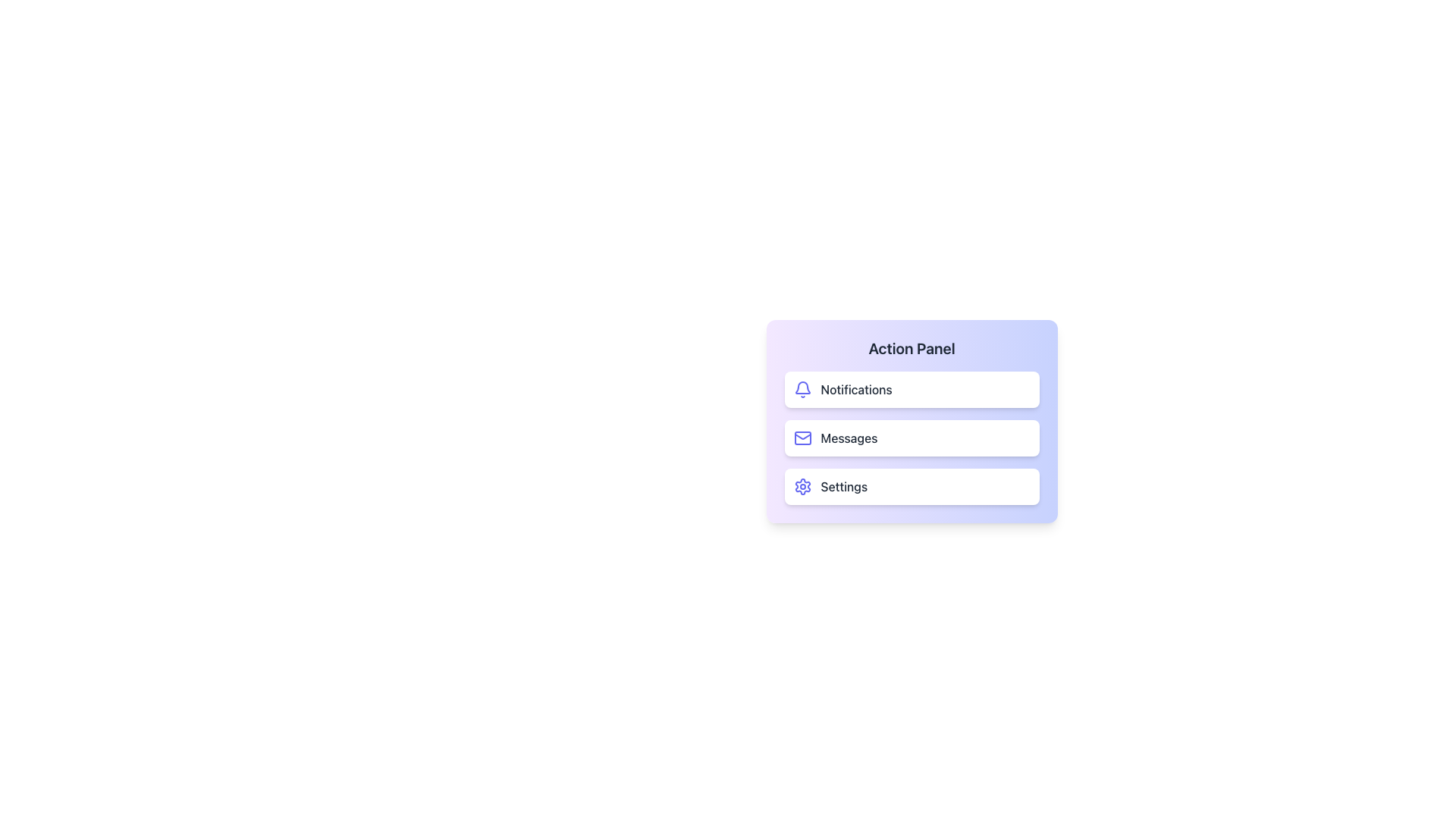 Image resolution: width=1456 pixels, height=819 pixels. What do you see at coordinates (802, 436) in the screenshot?
I see `the decorative mail envelope icon in the 'Messages' option of the action panel, which enhances the visual representation of the option` at bounding box center [802, 436].